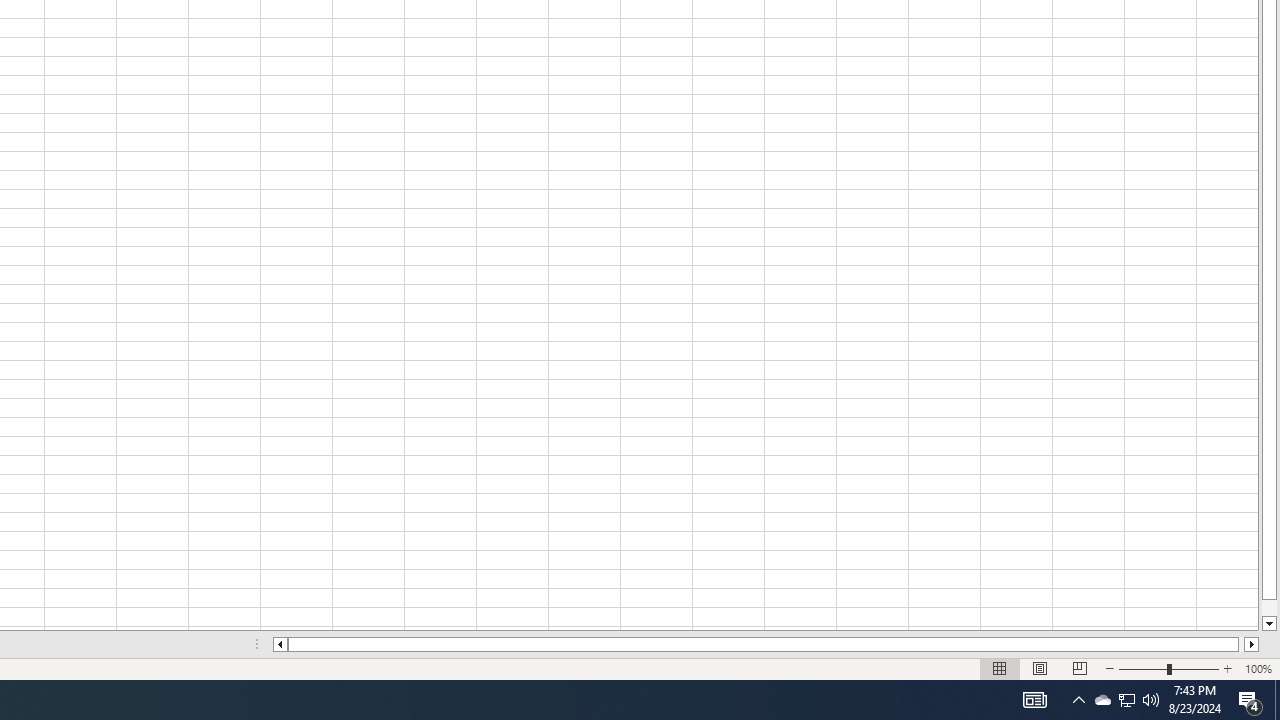 Image resolution: width=1280 pixels, height=720 pixels. What do you see at coordinates (1226, 669) in the screenshot?
I see `'Zoom In'` at bounding box center [1226, 669].